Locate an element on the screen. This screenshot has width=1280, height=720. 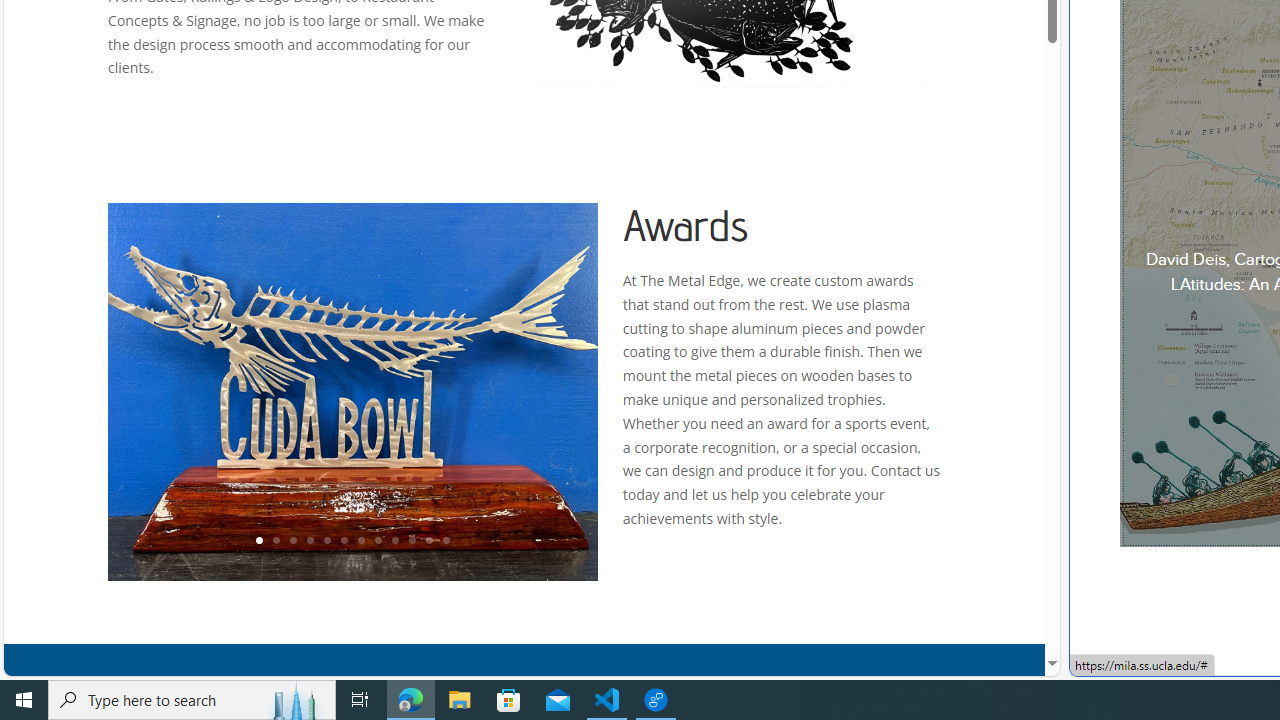
'10' is located at coordinates (411, 541).